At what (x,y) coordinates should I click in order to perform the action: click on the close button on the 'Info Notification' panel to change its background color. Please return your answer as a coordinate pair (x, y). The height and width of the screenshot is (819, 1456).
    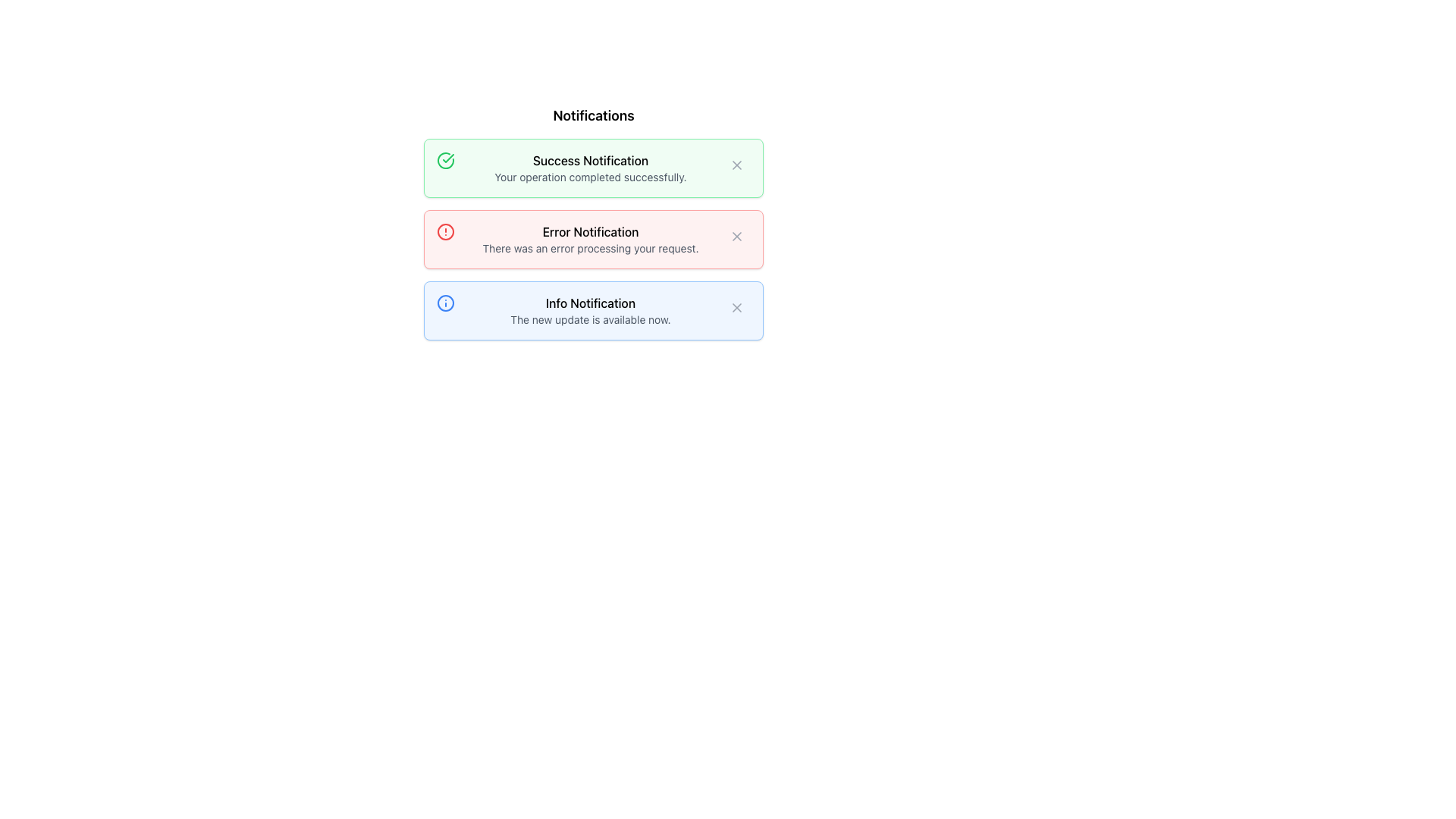
    Looking at the image, I should click on (736, 307).